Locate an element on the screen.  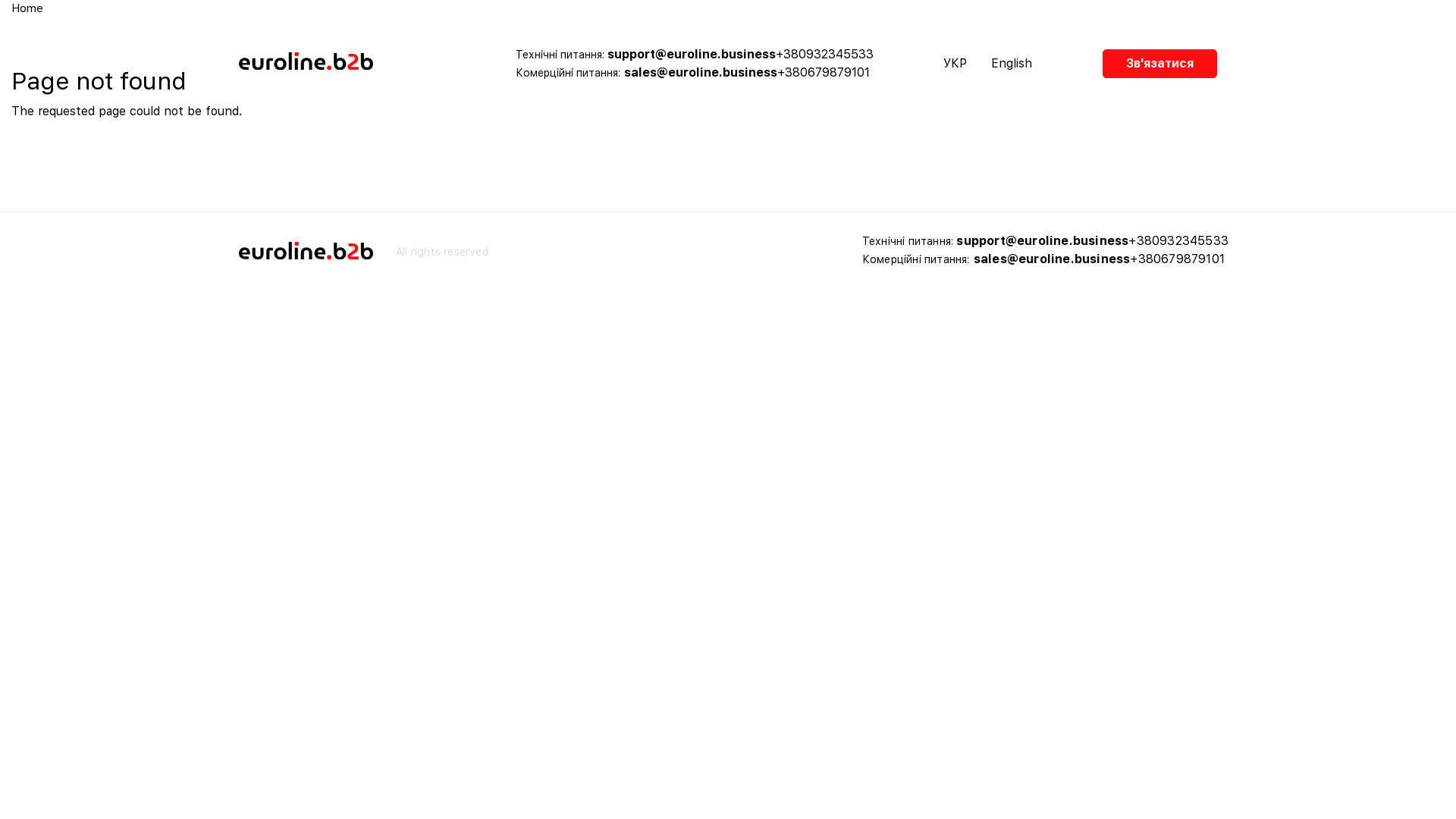
'support@euroline.business' is located at coordinates (1041, 240).